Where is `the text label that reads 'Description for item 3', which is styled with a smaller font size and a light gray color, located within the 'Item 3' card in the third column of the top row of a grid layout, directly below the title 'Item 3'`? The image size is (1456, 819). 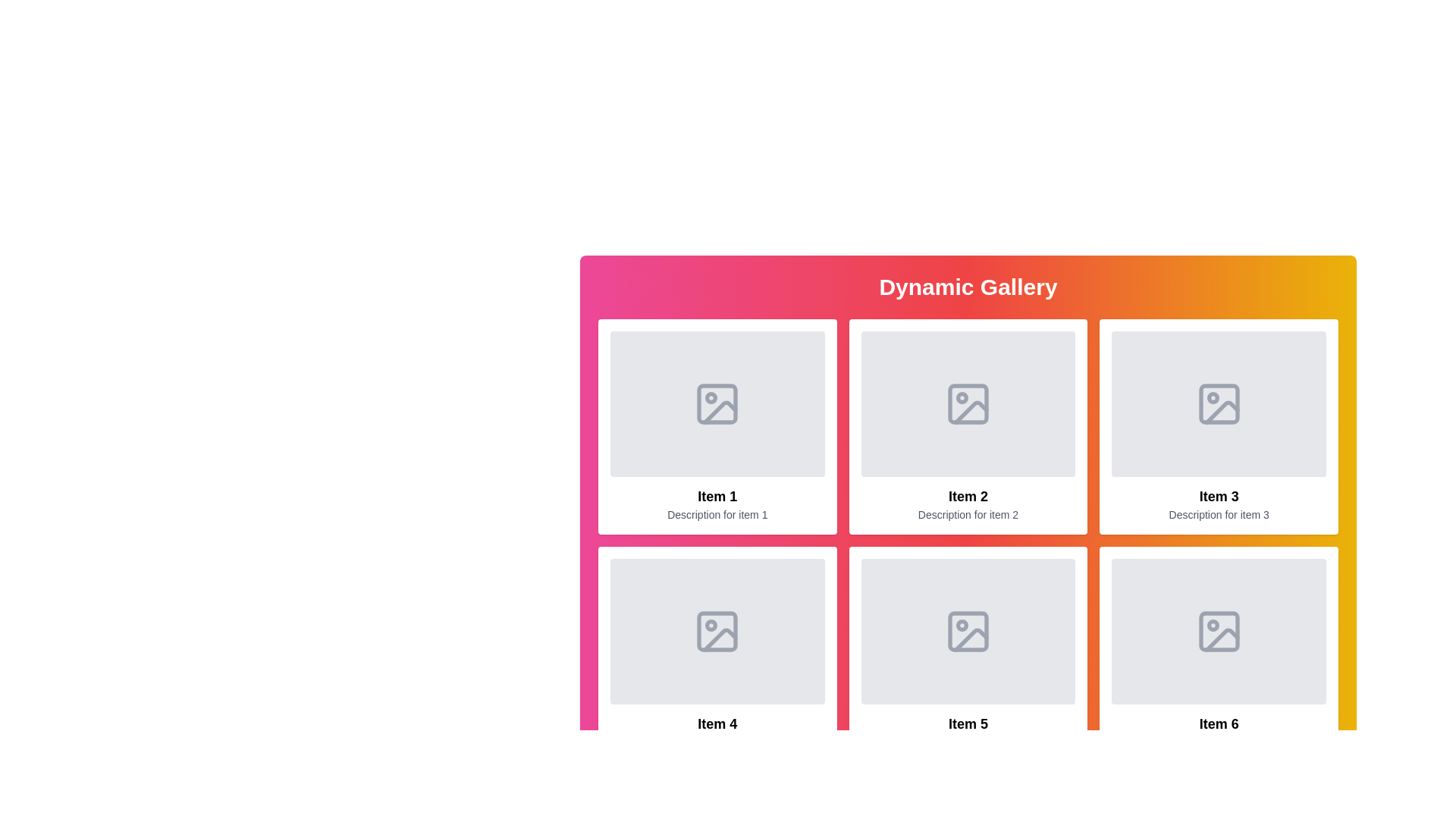 the text label that reads 'Description for item 3', which is styled with a smaller font size and a light gray color, located within the 'Item 3' card in the third column of the top row of a grid layout, directly below the title 'Item 3' is located at coordinates (1219, 513).